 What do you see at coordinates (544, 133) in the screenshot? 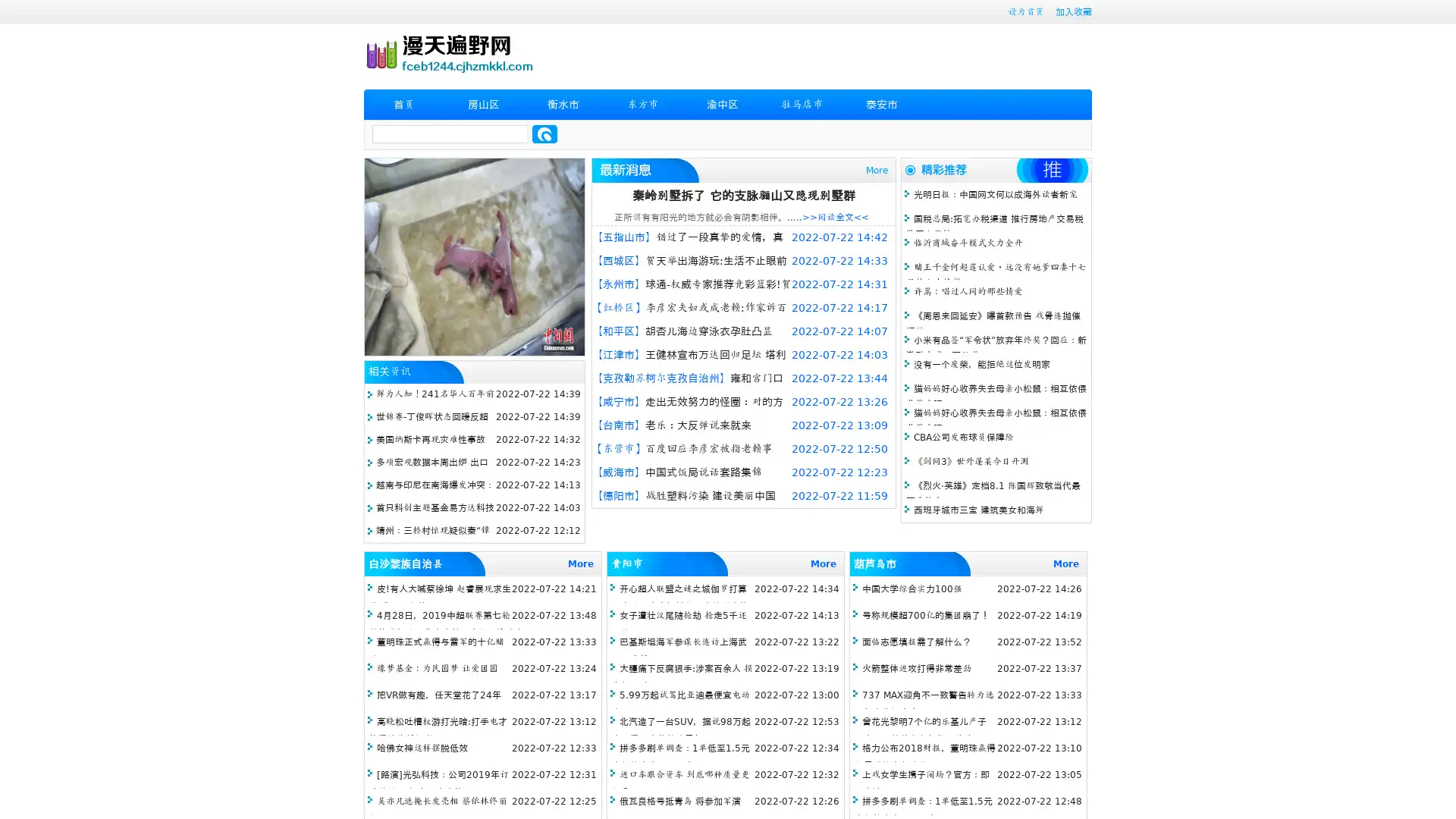
I see `Search` at bounding box center [544, 133].